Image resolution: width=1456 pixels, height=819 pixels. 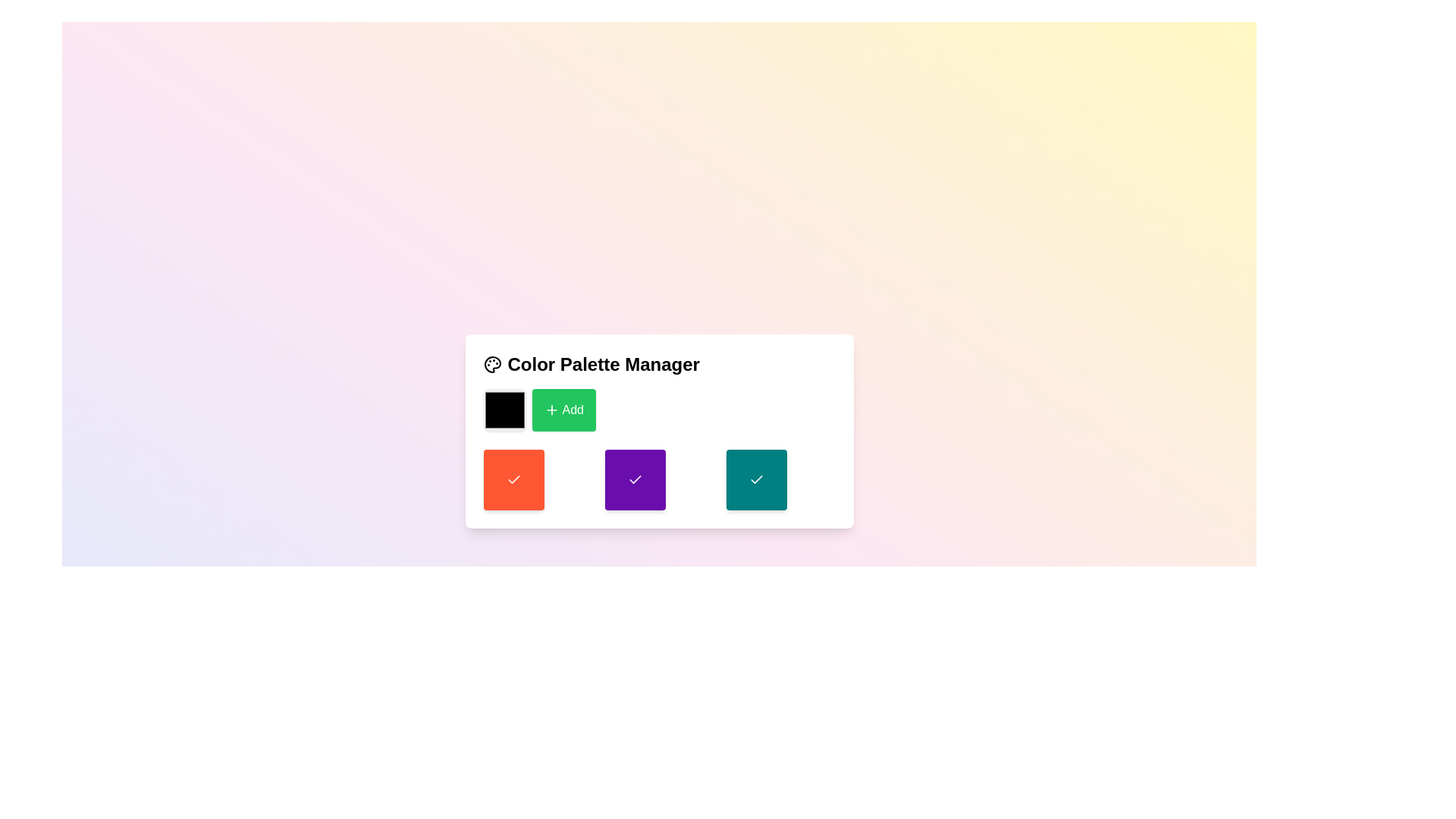 I want to click on the green 'Add' button with a white plus icon located to the right of a black color swatch in the Color Palette Manager section, so click(x=563, y=409).